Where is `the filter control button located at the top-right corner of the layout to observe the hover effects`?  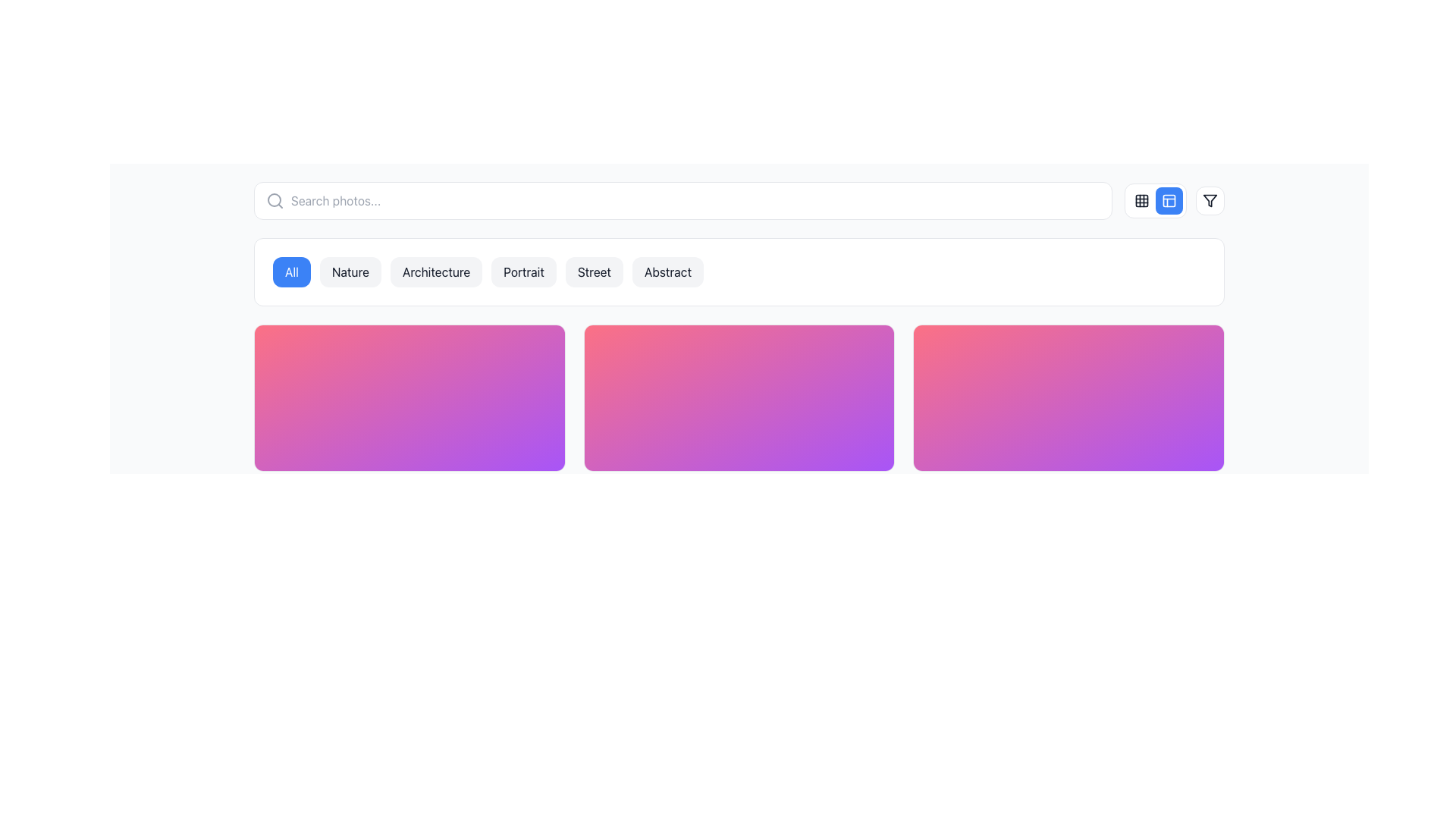 the filter control button located at the top-right corner of the layout to observe the hover effects is located at coordinates (1210, 200).